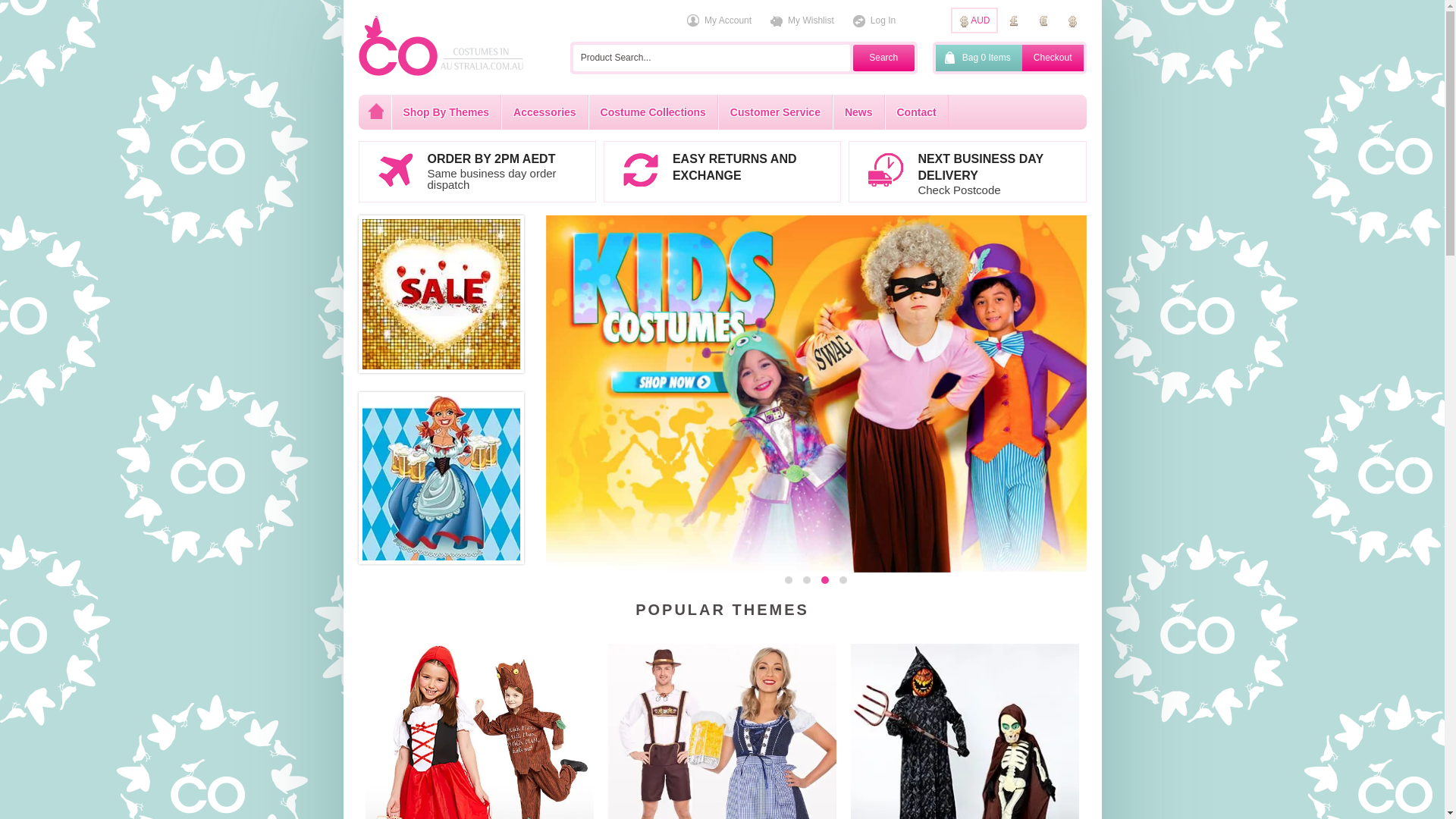 This screenshot has width=1456, height=819. What do you see at coordinates (717, 111) in the screenshot?
I see `'Customer Service'` at bounding box center [717, 111].